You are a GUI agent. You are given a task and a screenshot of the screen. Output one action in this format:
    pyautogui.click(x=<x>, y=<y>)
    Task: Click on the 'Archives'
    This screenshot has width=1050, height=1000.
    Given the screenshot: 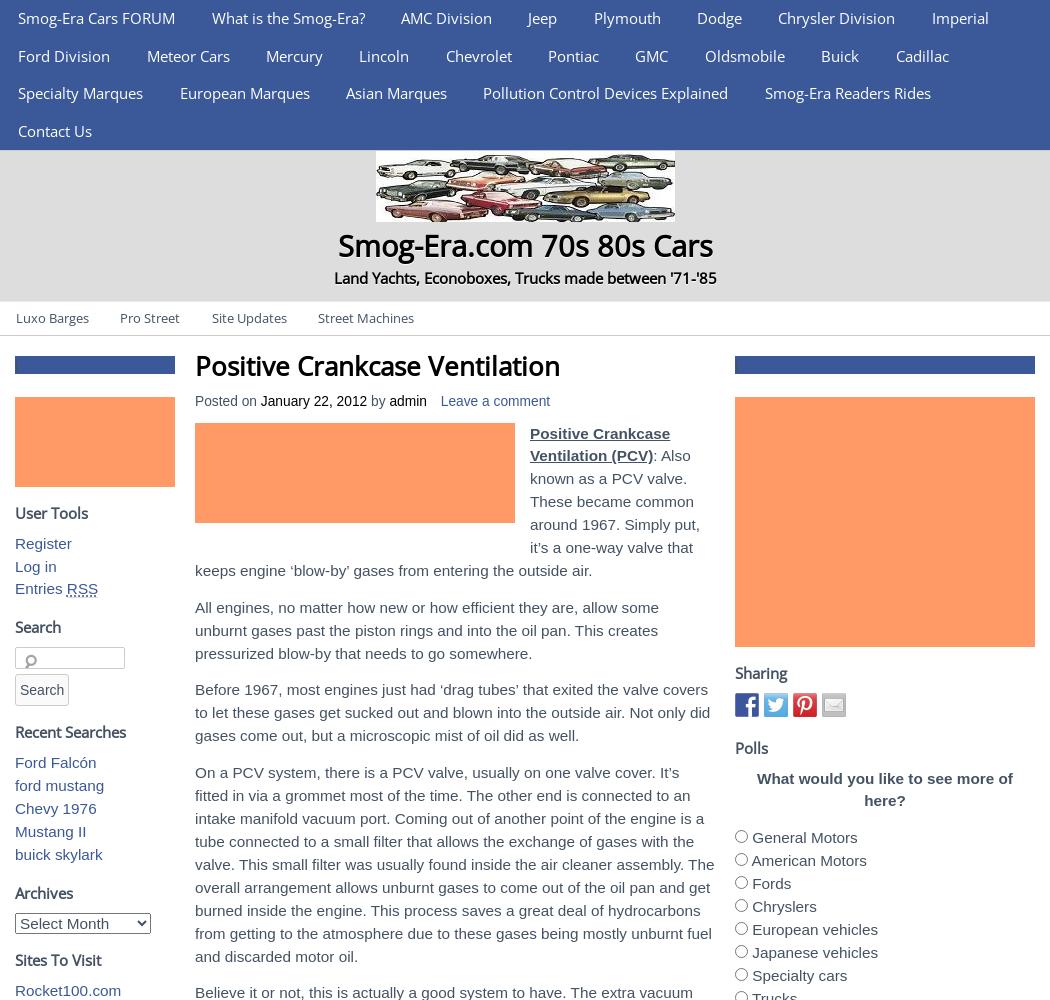 What is the action you would take?
    pyautogui.click(x=42, y=892)
    